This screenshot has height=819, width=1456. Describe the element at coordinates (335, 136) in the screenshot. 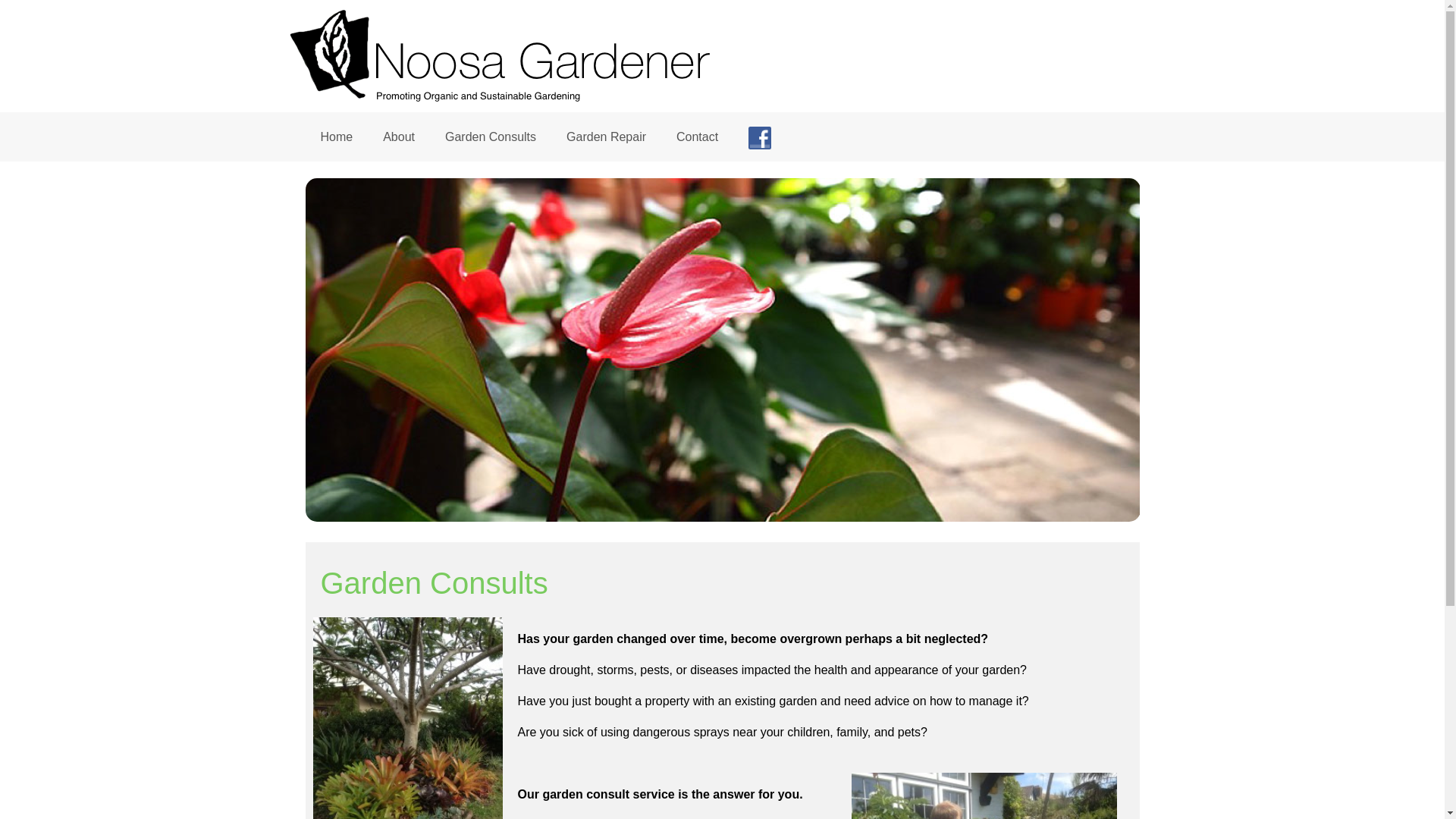

I see `'Home'` at that location.